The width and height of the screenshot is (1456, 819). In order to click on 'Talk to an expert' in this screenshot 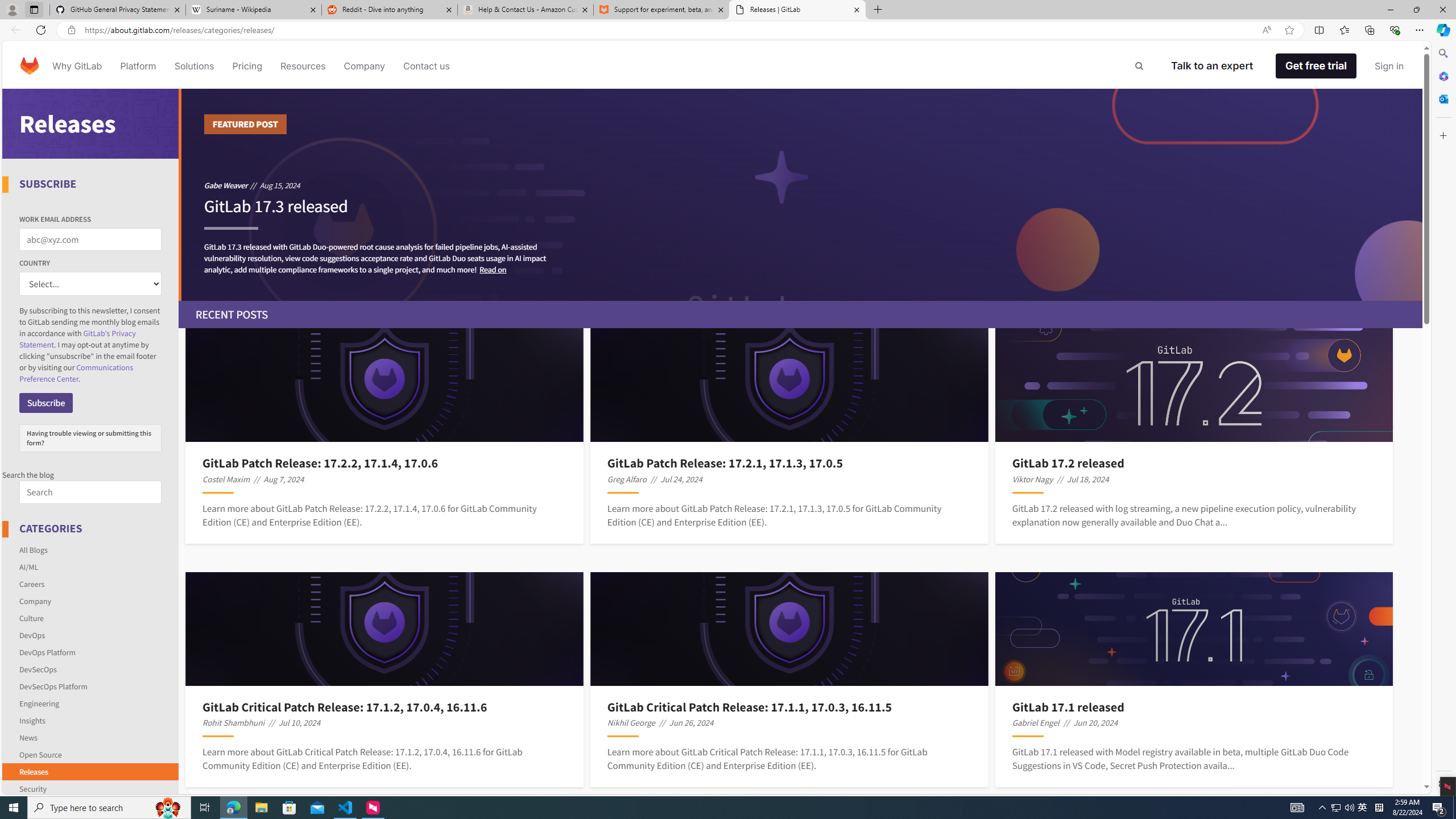, I will do `click(1212, 65)`.